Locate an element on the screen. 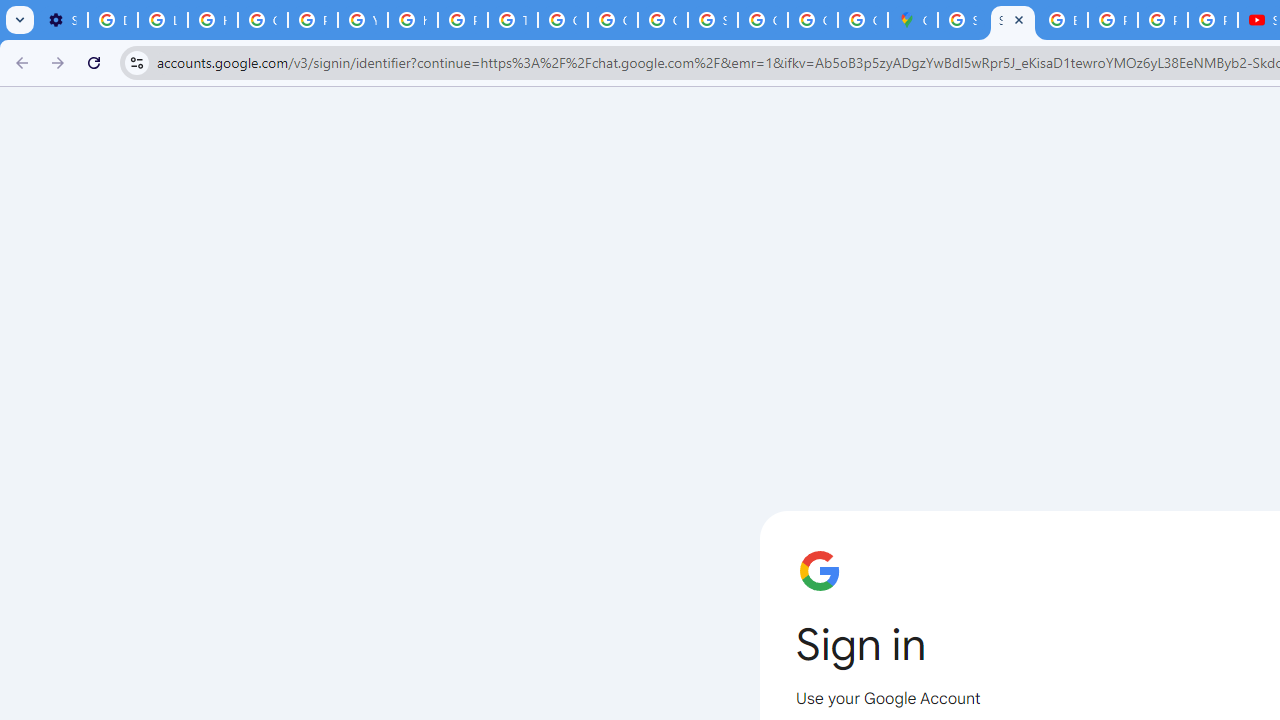  'Google Maps' is located at coordinates (912, 20).